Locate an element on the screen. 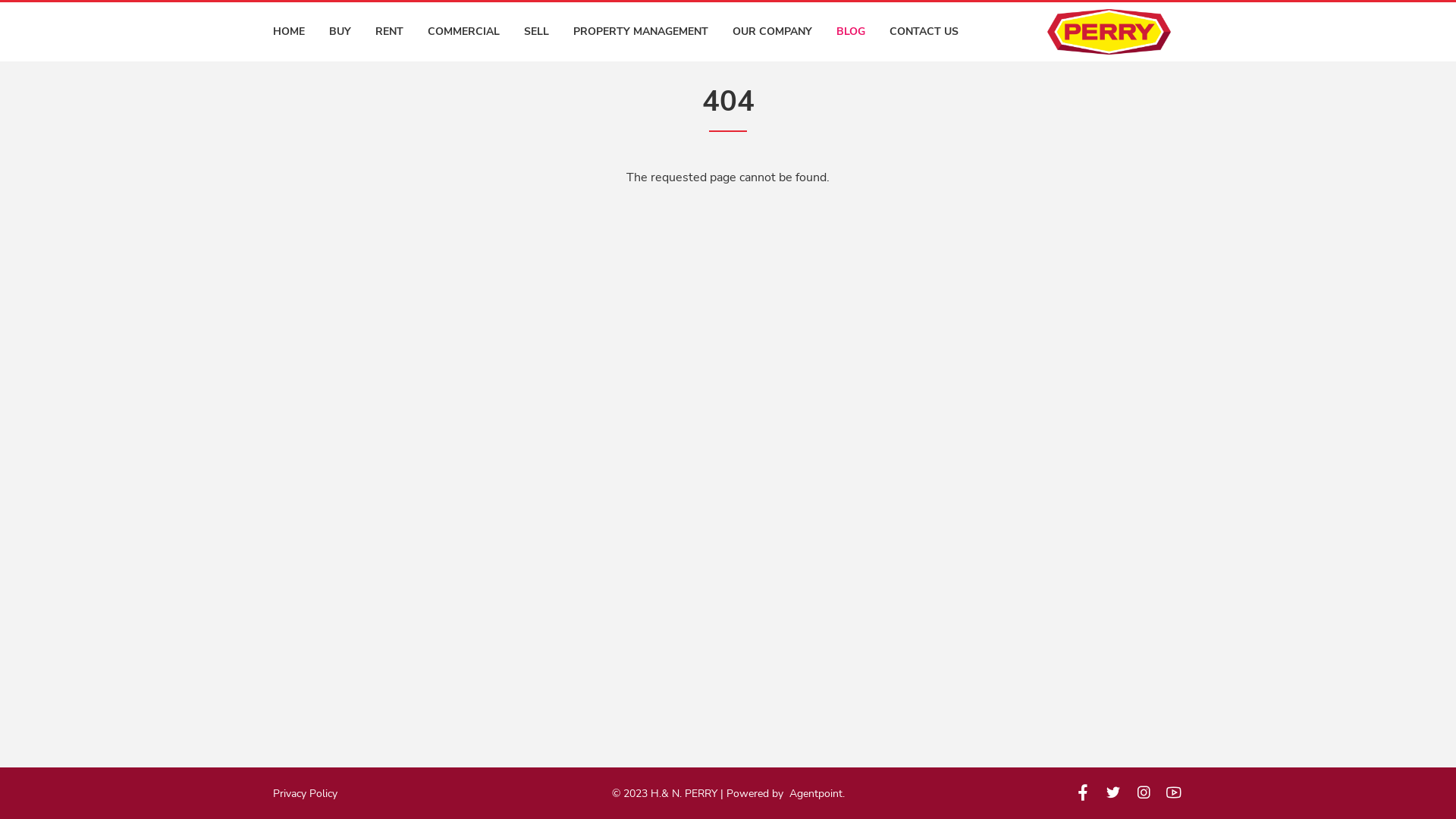 The image size is (1456, 819). 'BLOG' is located at coordinates (851, 32).